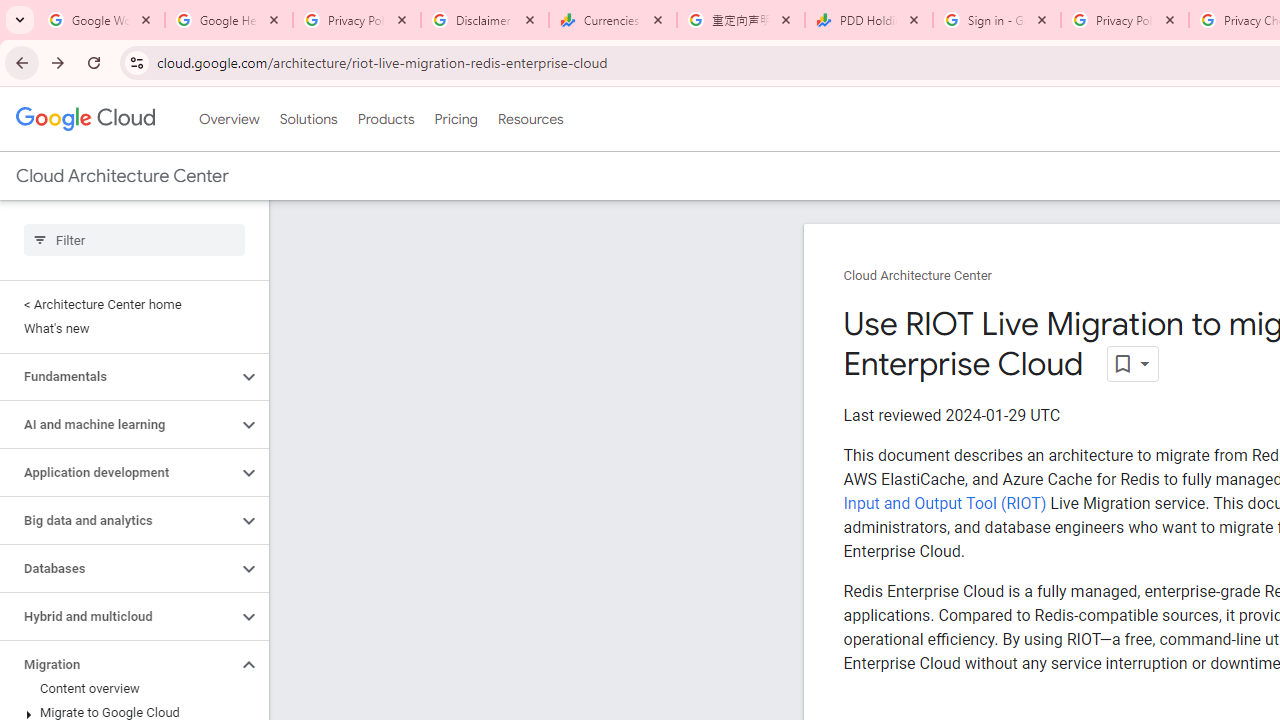 This screenshot has width=1280, height=720. Describe the element at coordinates (612, 20) in the screenshot. I see `'Currencies - Google Finance'` at that location.